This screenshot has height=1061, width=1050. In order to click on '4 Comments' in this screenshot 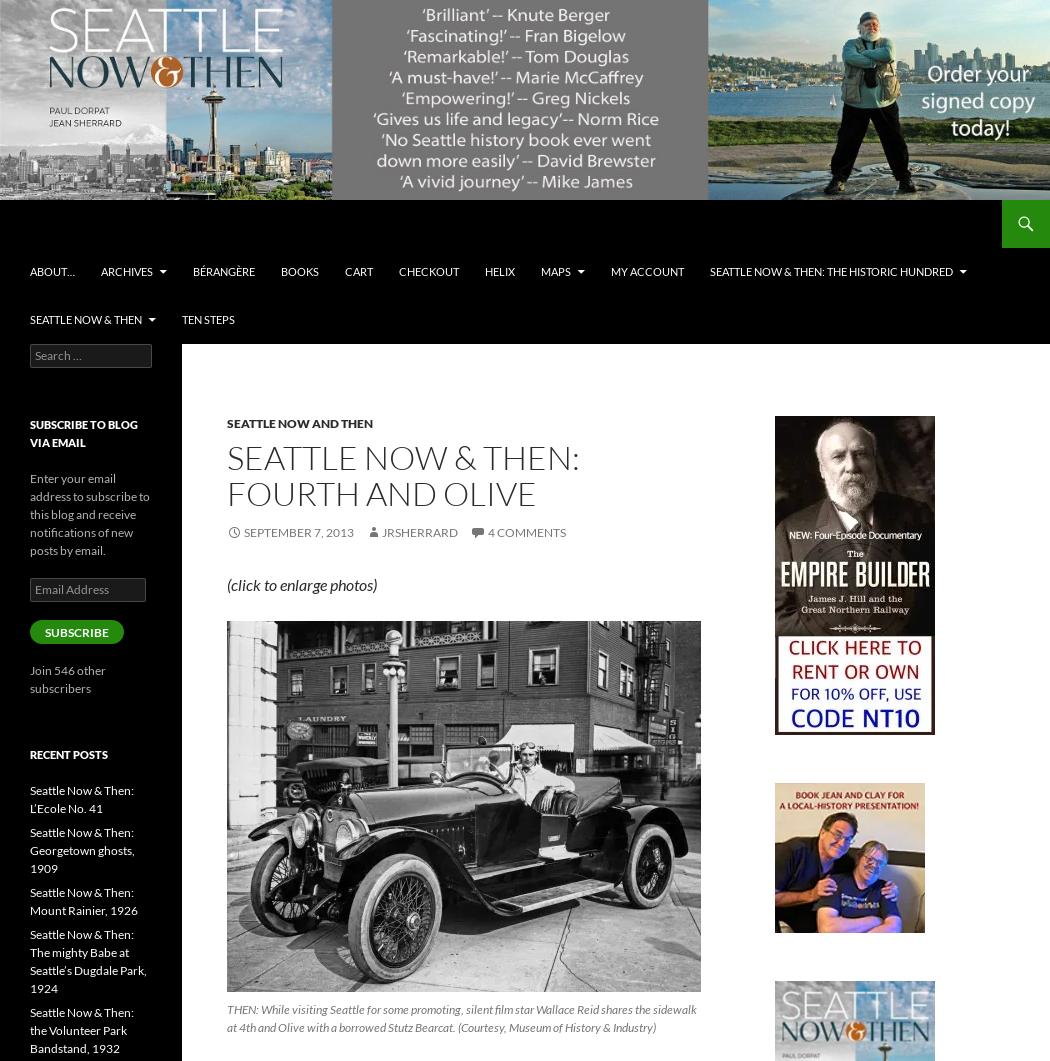, I will do `click(526, 531)`.